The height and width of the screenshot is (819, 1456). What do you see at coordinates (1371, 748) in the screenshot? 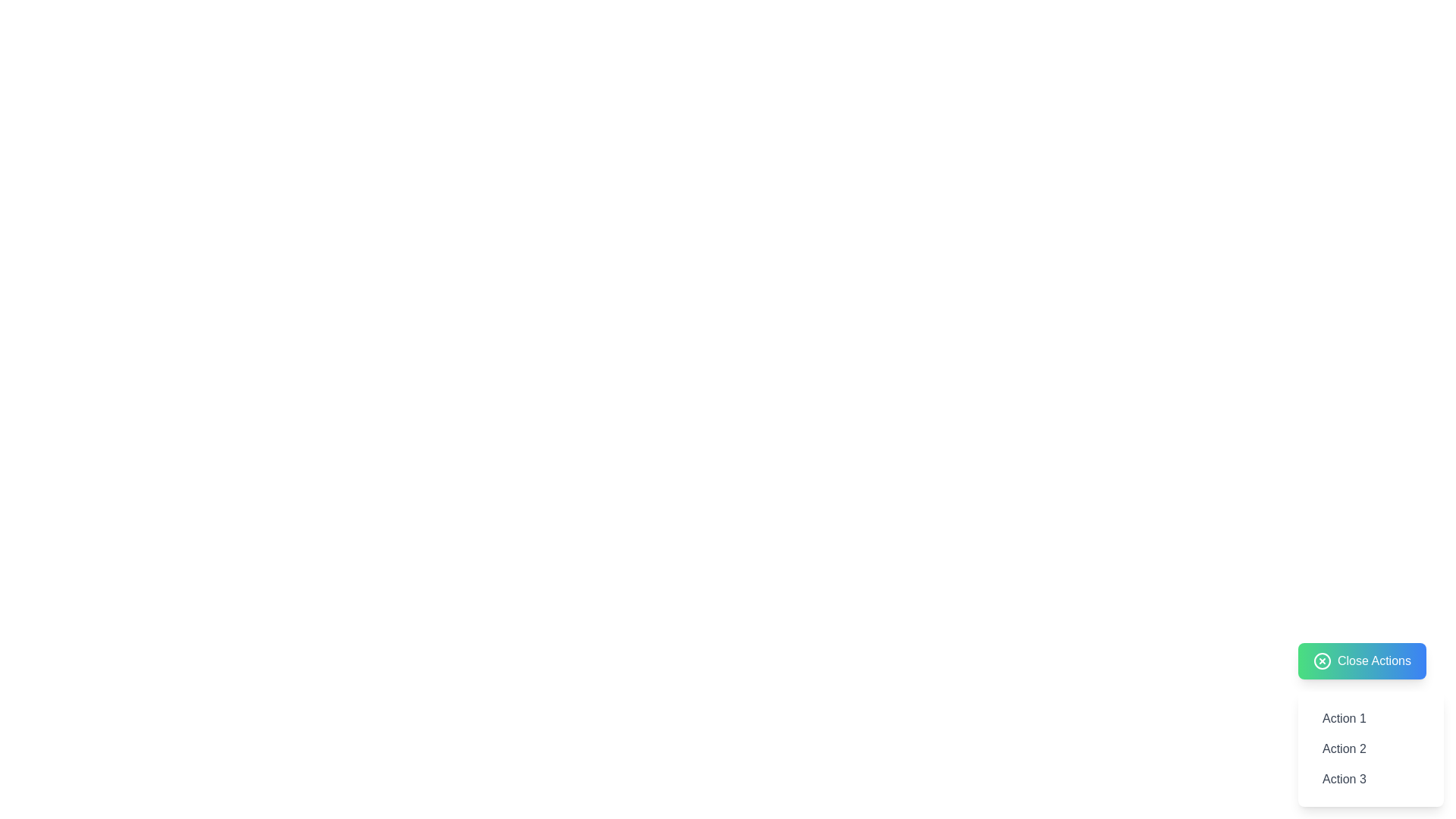
I see `the interactive button labeled 'Action 2', which is the second option in a vertical list of three buttons` at bounding box center [1371, 748].